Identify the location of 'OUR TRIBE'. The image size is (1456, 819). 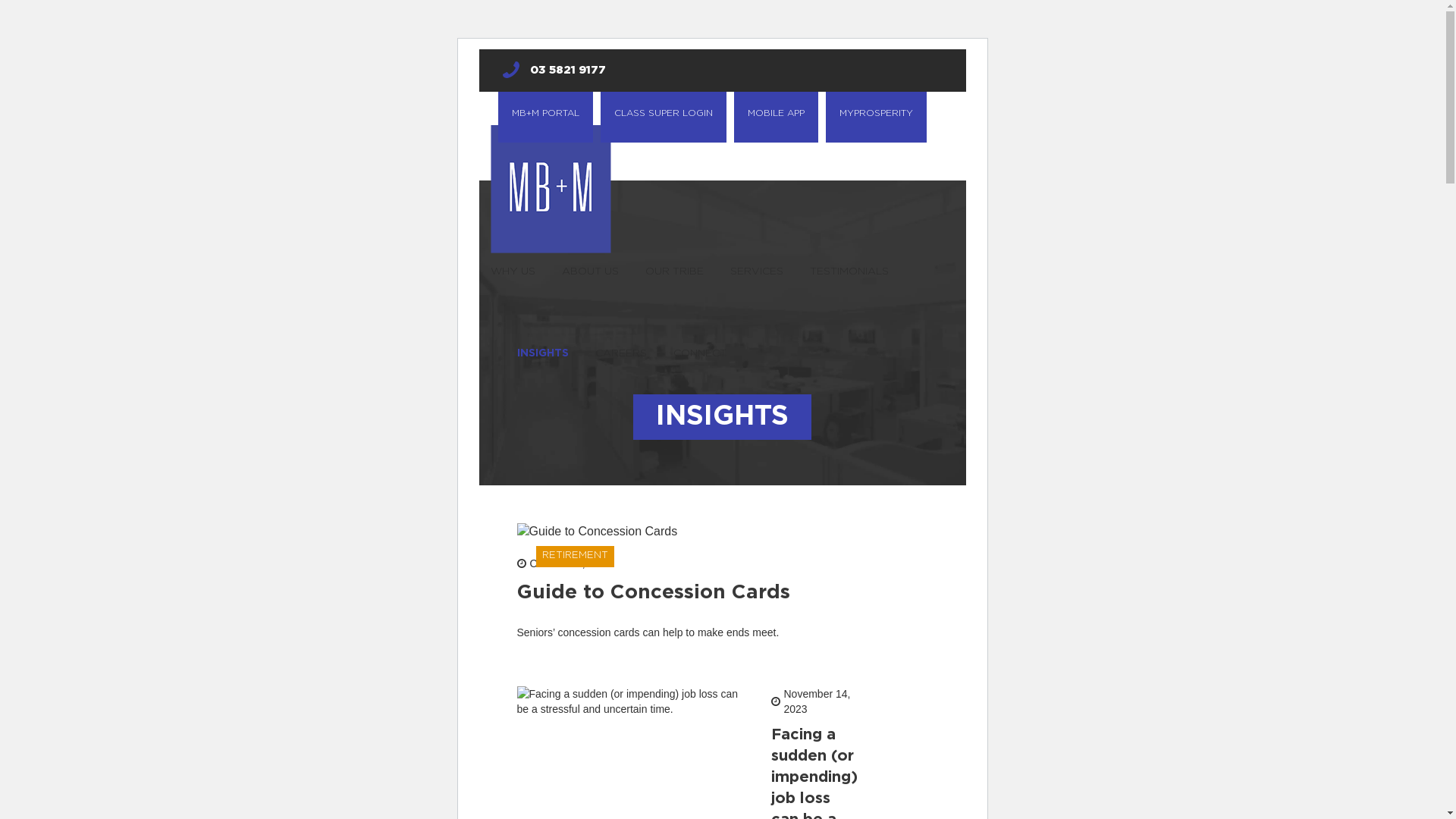
(644, 271).